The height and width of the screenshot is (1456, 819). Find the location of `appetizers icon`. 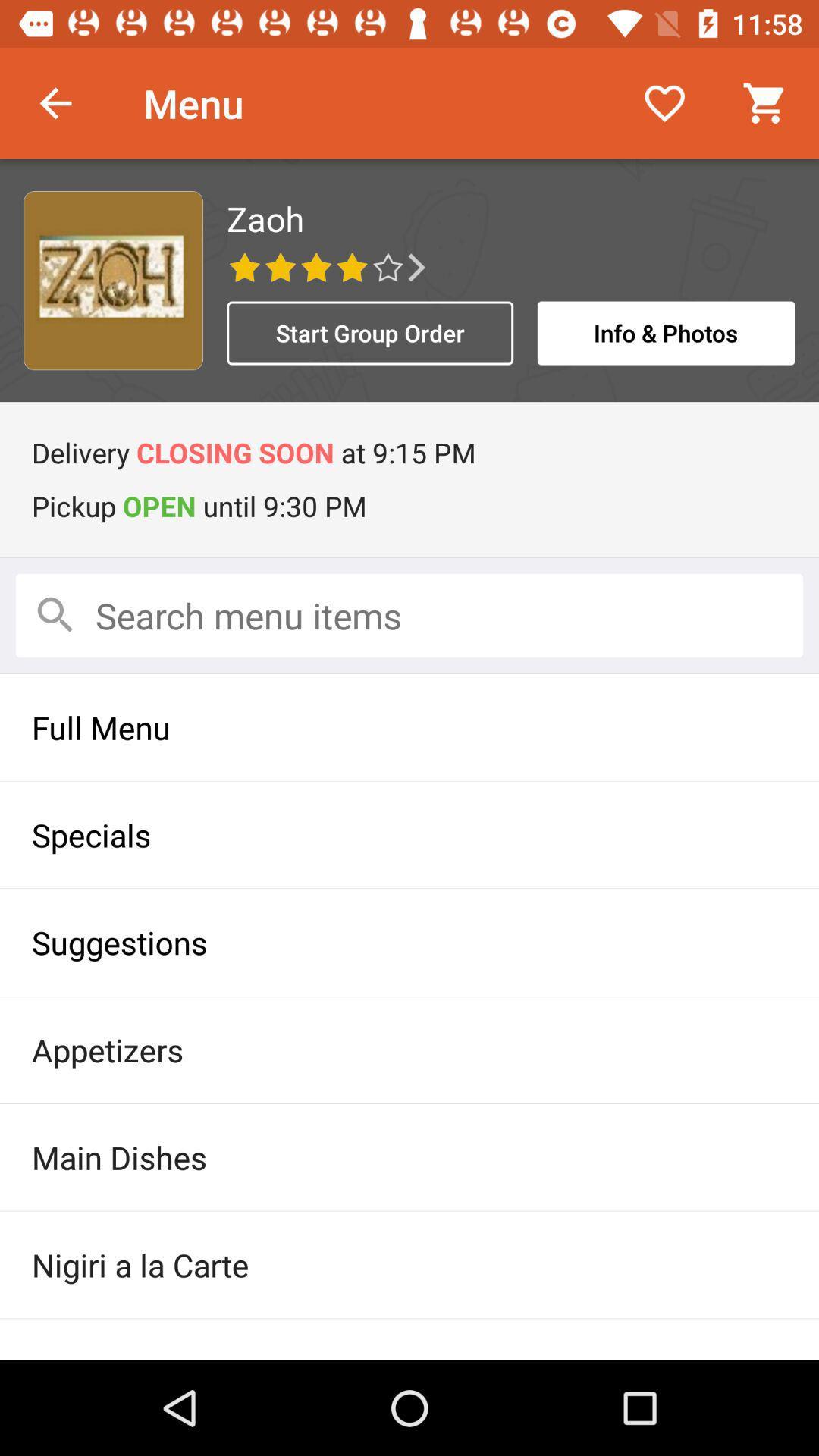

appetizers icon is located at coordinates (409, 1049).